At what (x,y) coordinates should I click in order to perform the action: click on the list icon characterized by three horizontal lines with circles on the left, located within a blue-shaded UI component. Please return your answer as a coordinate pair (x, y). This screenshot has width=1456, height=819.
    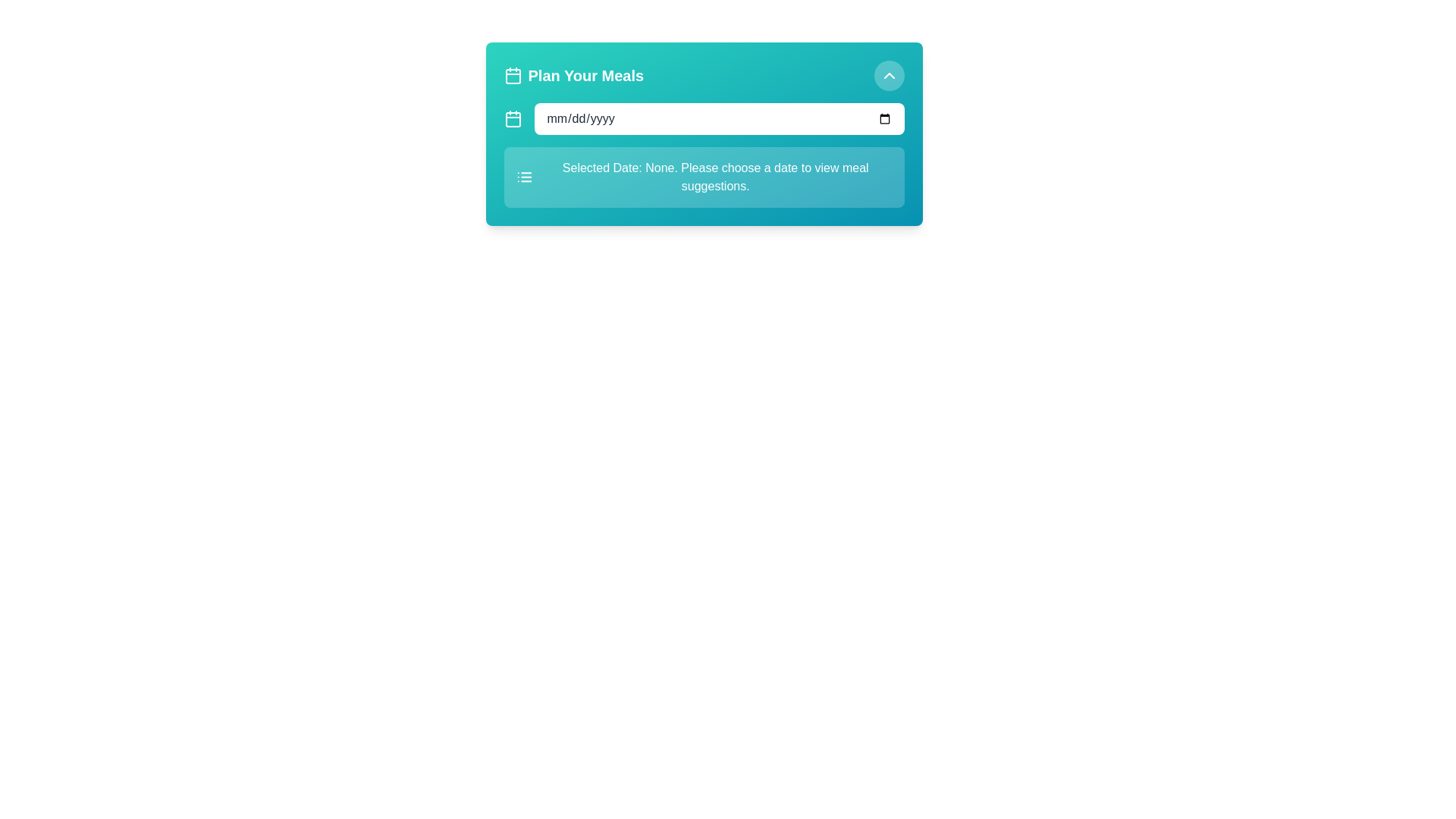
    Looking at the image, I should click on (524, 177).